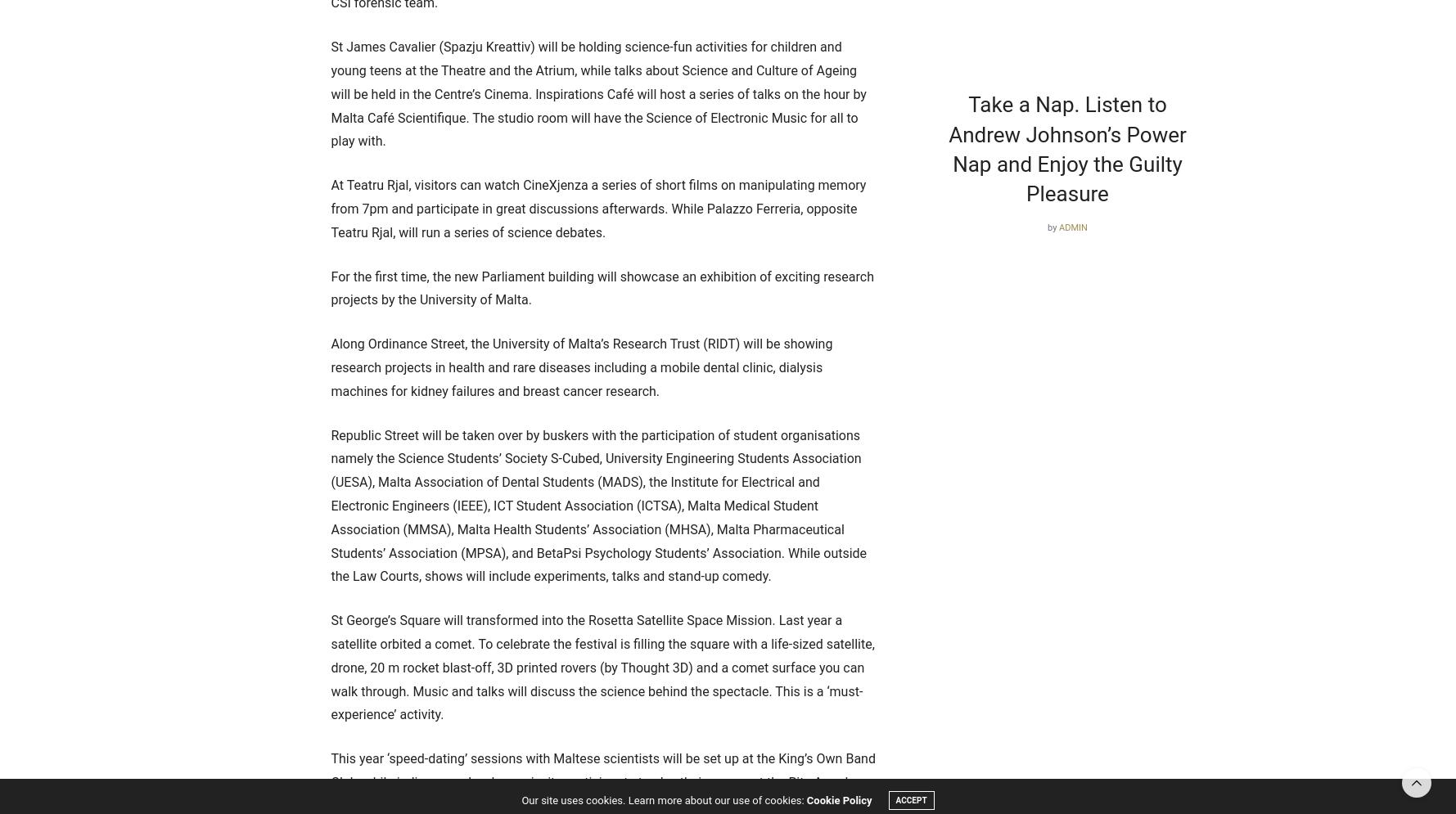 This screenshot has height=814, width=1456. I want to click on 'Our site uses cookies. Learn more about our use of cookies:', so click(663, 799).